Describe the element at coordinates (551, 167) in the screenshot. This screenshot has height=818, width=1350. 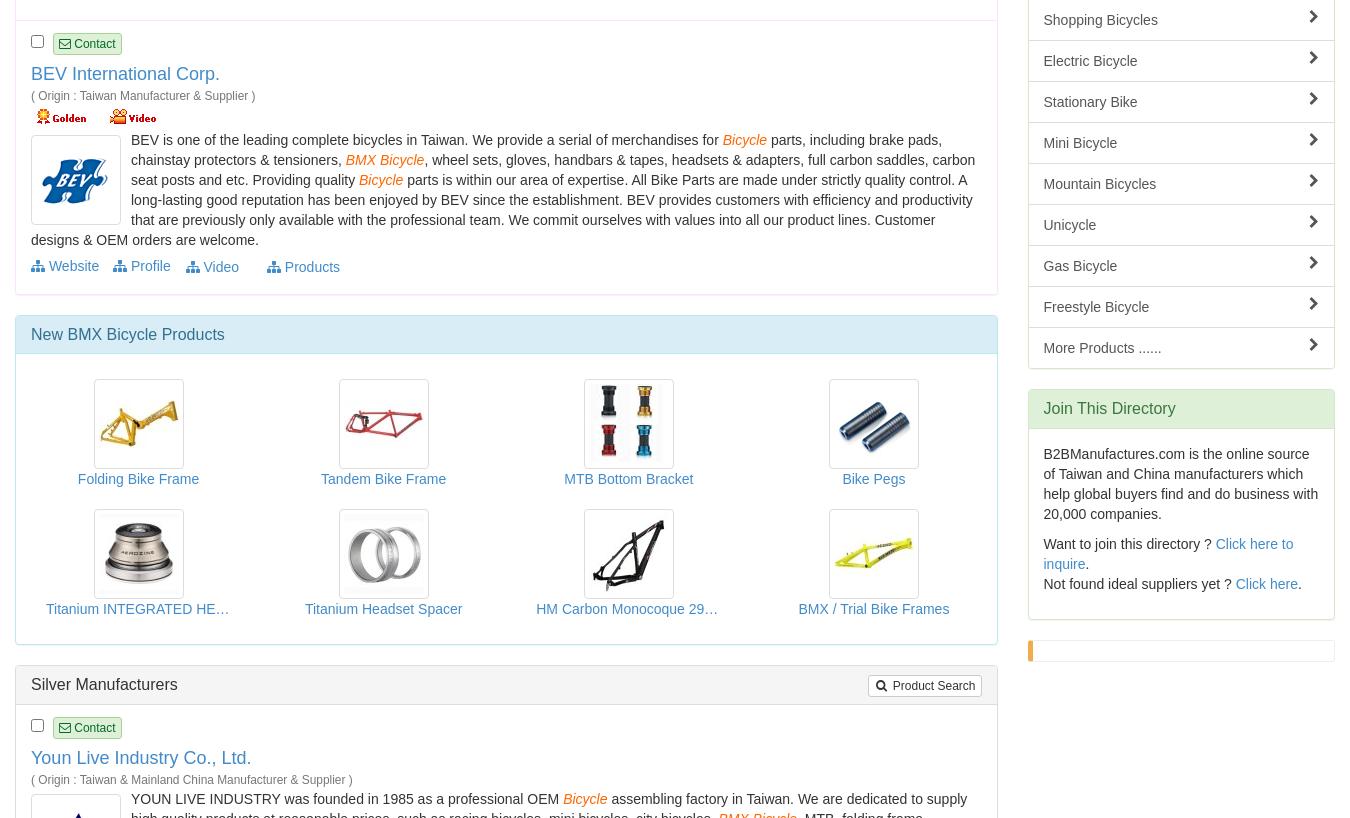
I see `', wheel sets, gloves, handbars & tapes, headsets & adapters, full carbon saddles, carbon seat posts and etc. Providing quality'` at that location.